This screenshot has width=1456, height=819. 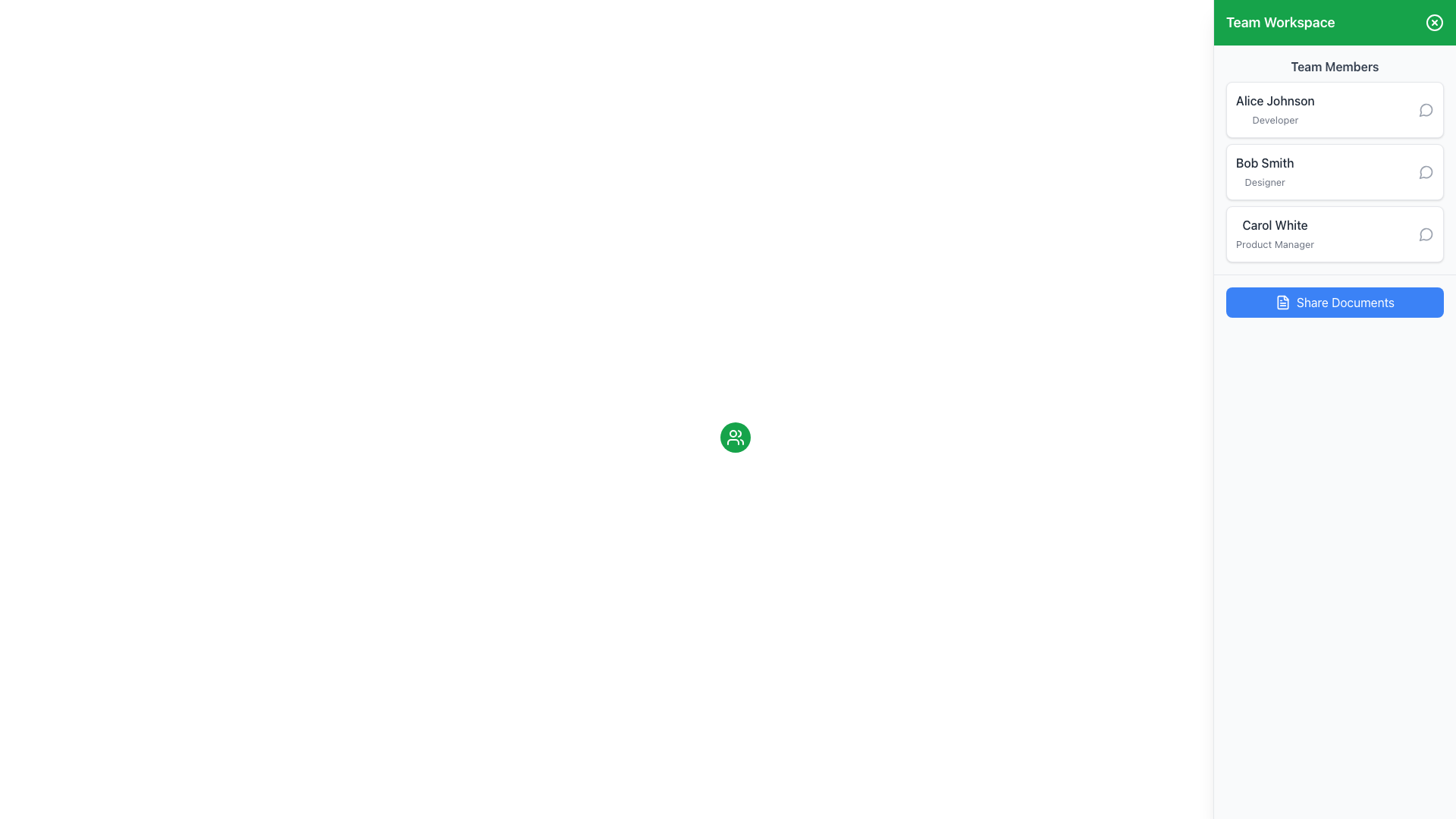 What do you see at coordinates (1274, 109) in the screenshot?
I see `the displayed information for the Multi-line text block identifying a team member at the top of the 'Team Members' section in the sidebar` at bounding box center [1274, 109].